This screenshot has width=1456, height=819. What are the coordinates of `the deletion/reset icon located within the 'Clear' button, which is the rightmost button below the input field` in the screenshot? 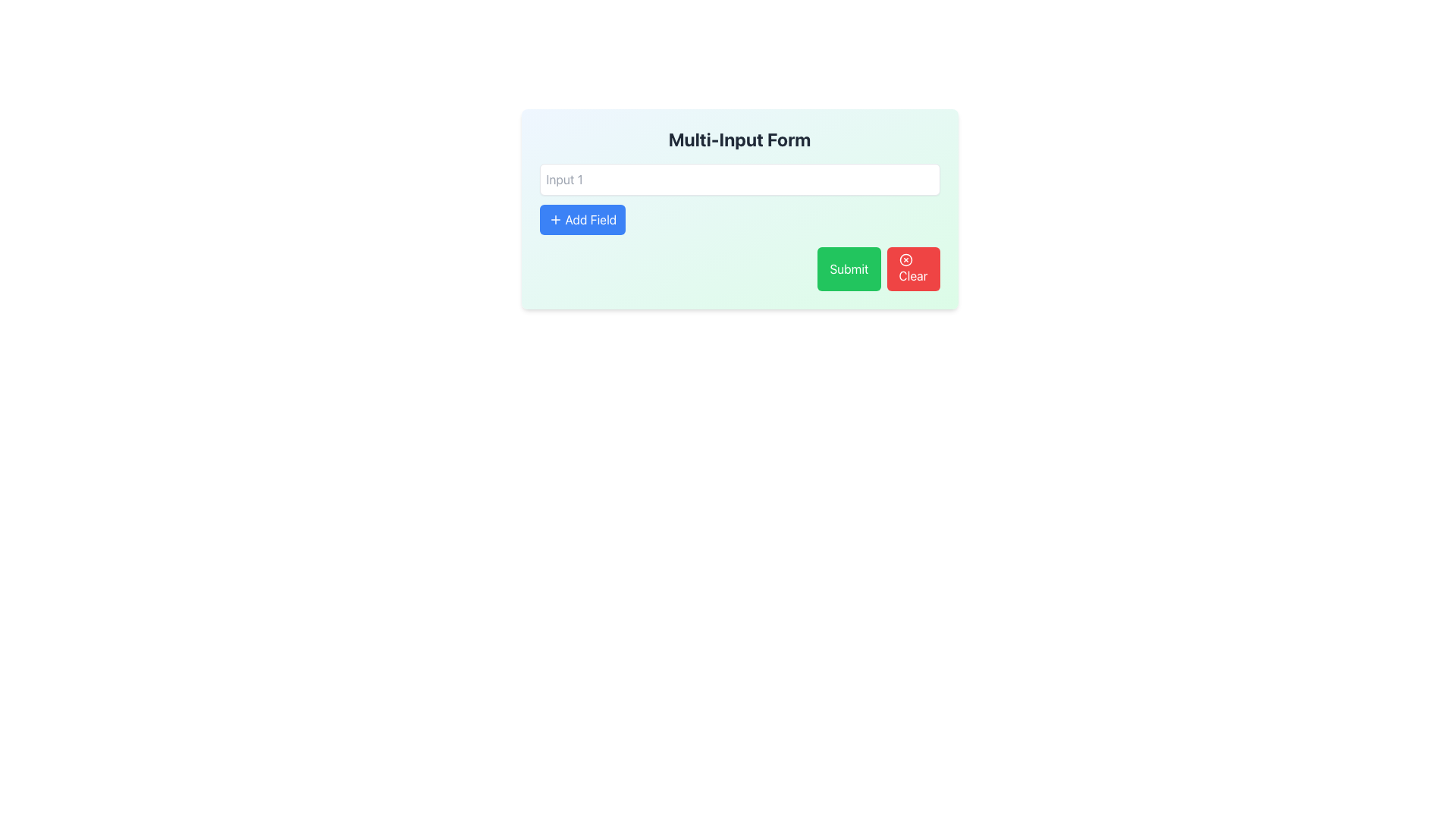 It's located at (905, 259).